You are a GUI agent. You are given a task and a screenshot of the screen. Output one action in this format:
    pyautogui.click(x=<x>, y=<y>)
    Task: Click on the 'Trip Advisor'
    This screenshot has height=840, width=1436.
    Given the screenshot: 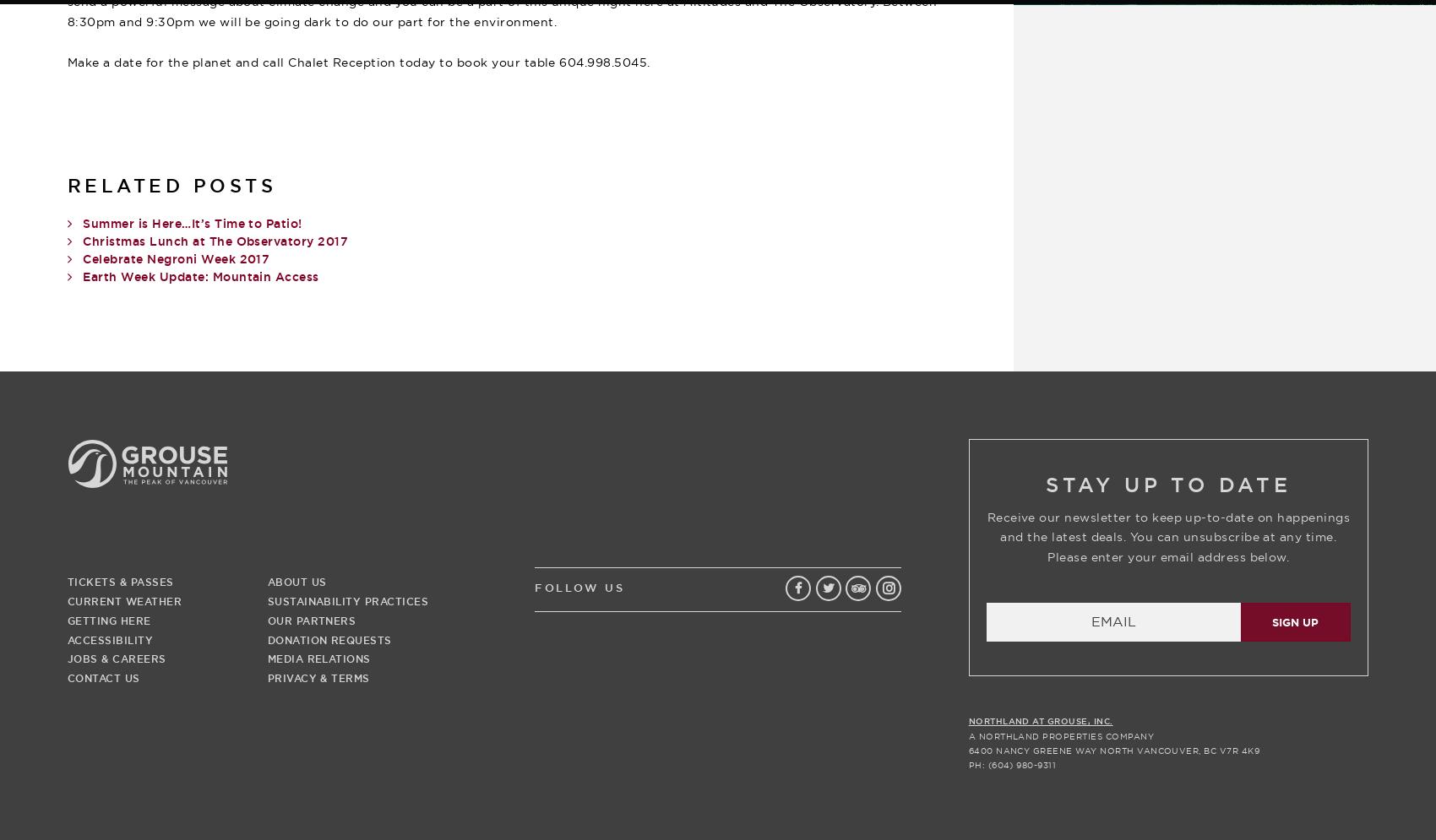 What is the action you would take?
    pyautogui.click(x=871, y=617)
    